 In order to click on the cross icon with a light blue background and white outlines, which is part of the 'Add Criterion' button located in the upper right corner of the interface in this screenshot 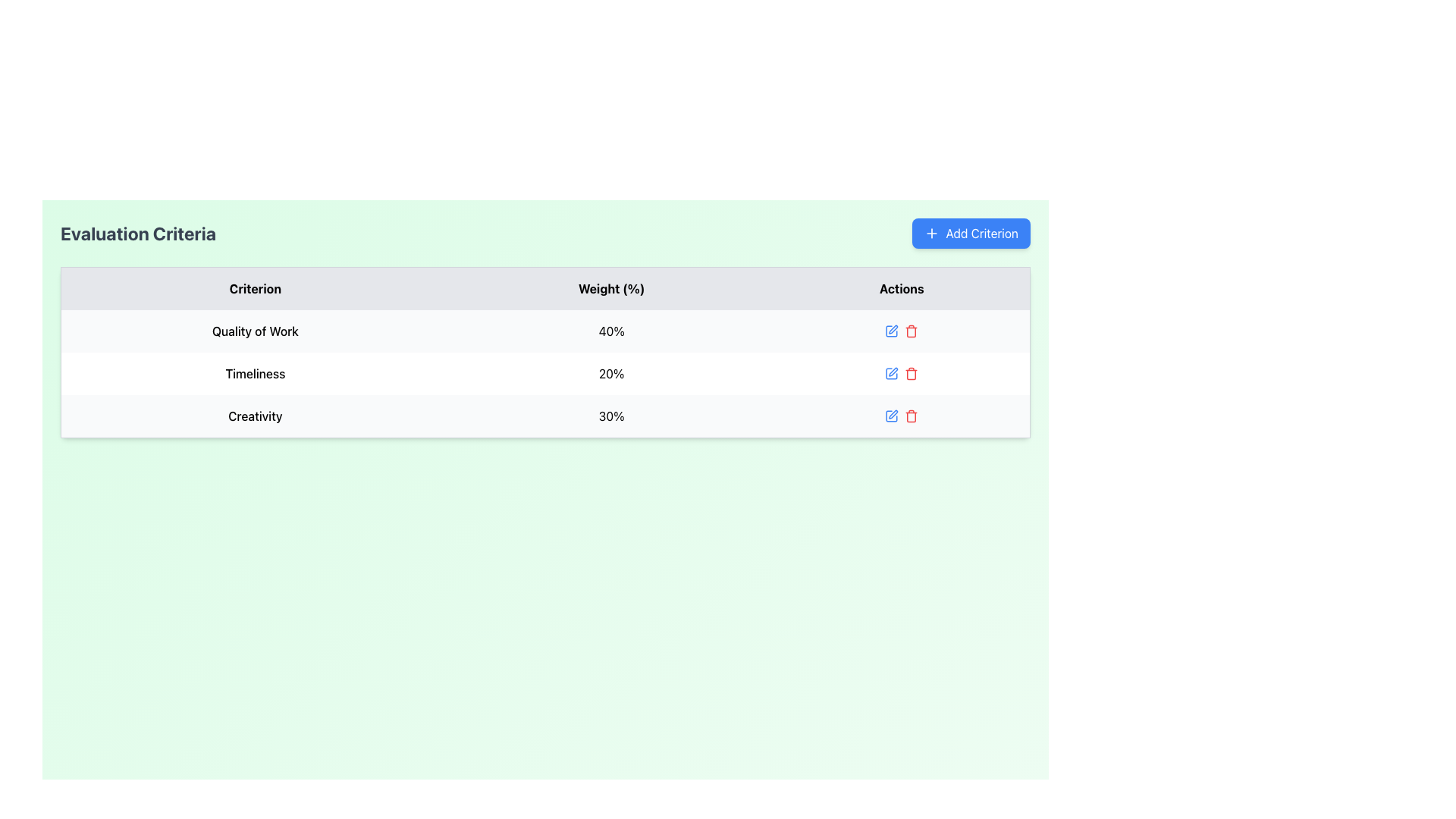, I will do `click(931, 234)`.